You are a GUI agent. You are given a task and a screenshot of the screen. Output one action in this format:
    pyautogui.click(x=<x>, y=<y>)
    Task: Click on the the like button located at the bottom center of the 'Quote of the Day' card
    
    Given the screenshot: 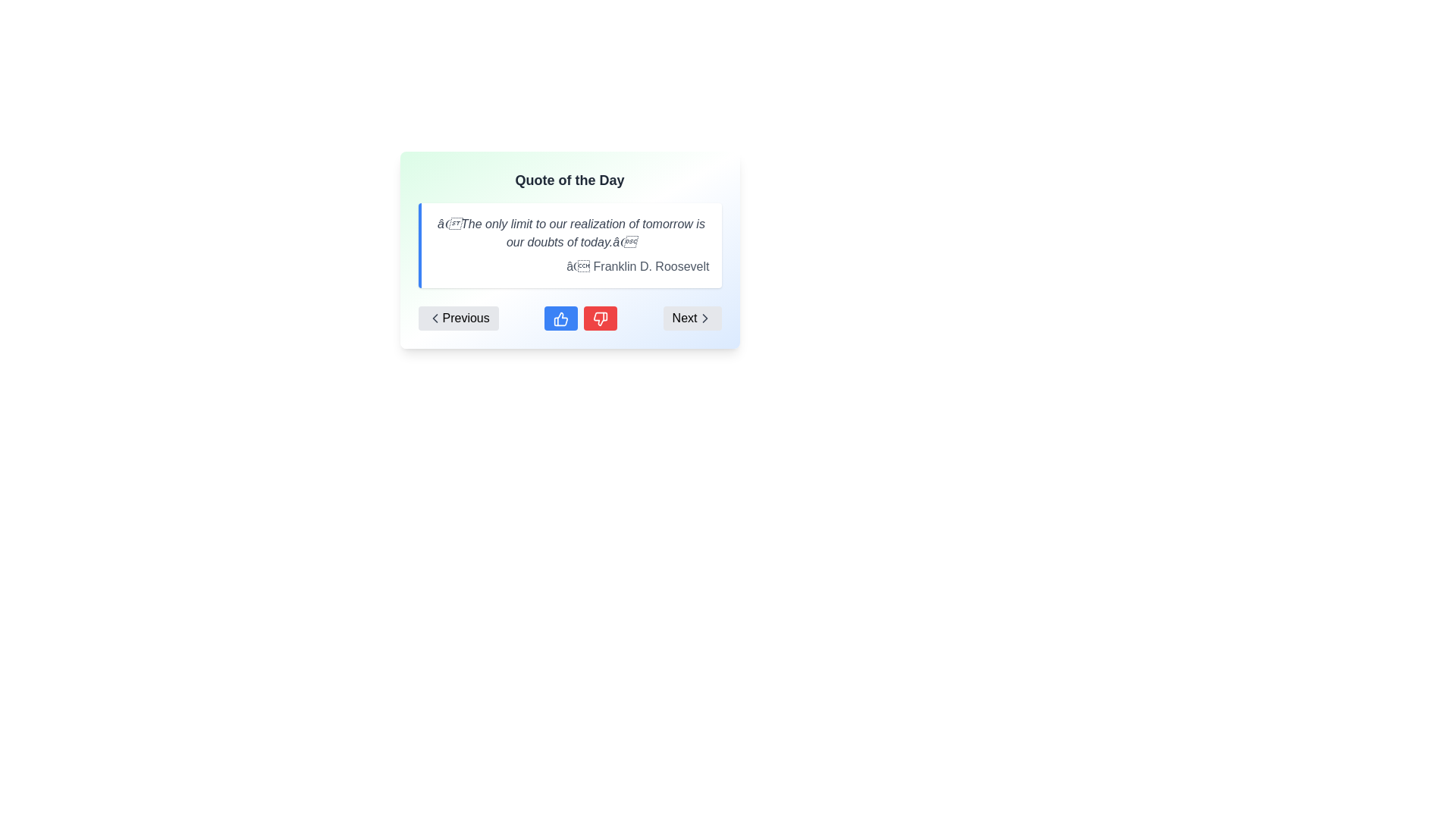 What is the action you would take?
    pyautogui.click(x=569, y=318)
    